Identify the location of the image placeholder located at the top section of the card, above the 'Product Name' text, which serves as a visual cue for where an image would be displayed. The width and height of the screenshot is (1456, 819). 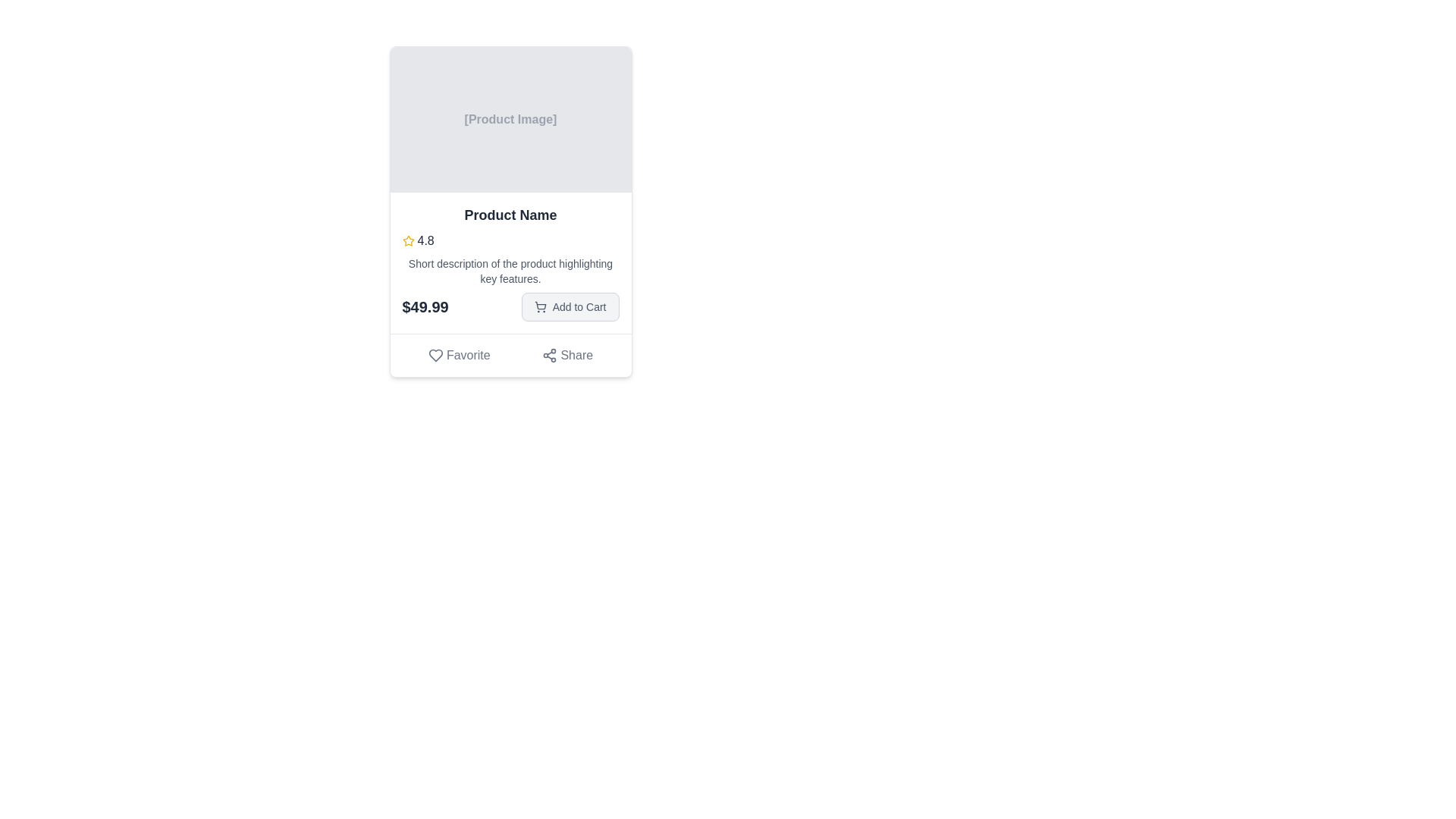
(510, 119).